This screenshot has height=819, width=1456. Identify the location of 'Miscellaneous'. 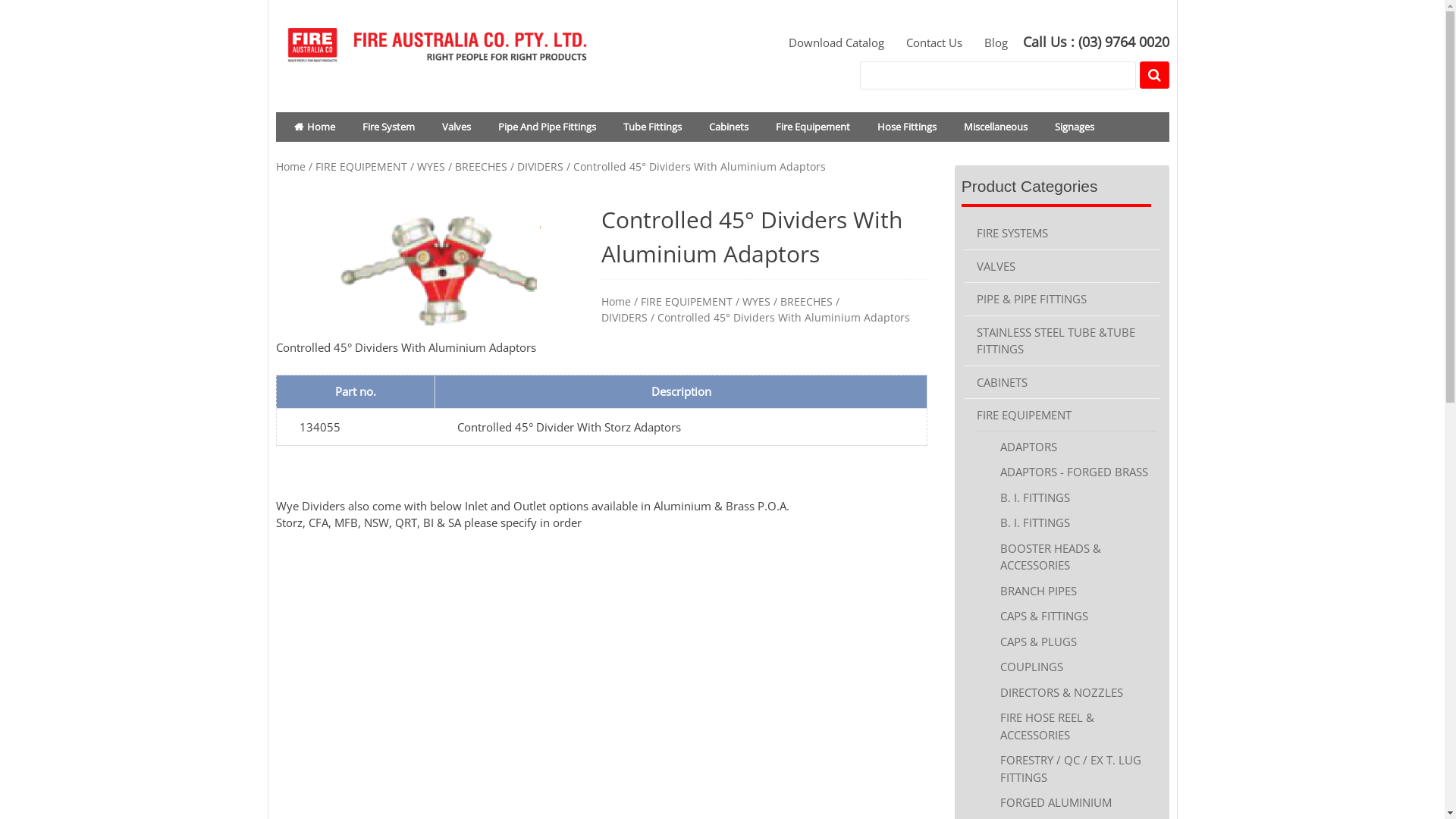
(994, 126).